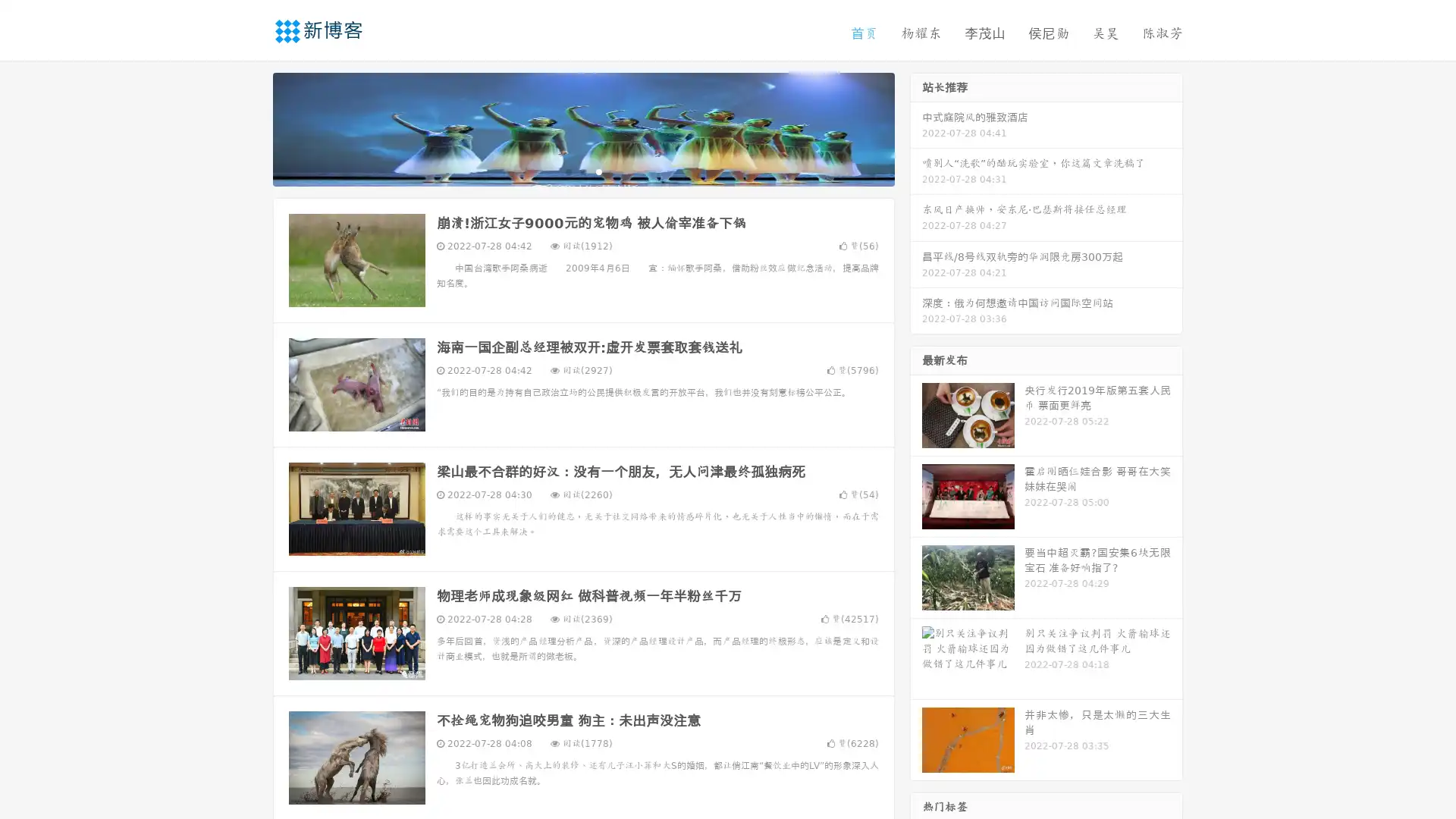 Image resolution: width=1456 pixels, height=819 pixels. I want to click on Go to slide 1, so click(567, 171).